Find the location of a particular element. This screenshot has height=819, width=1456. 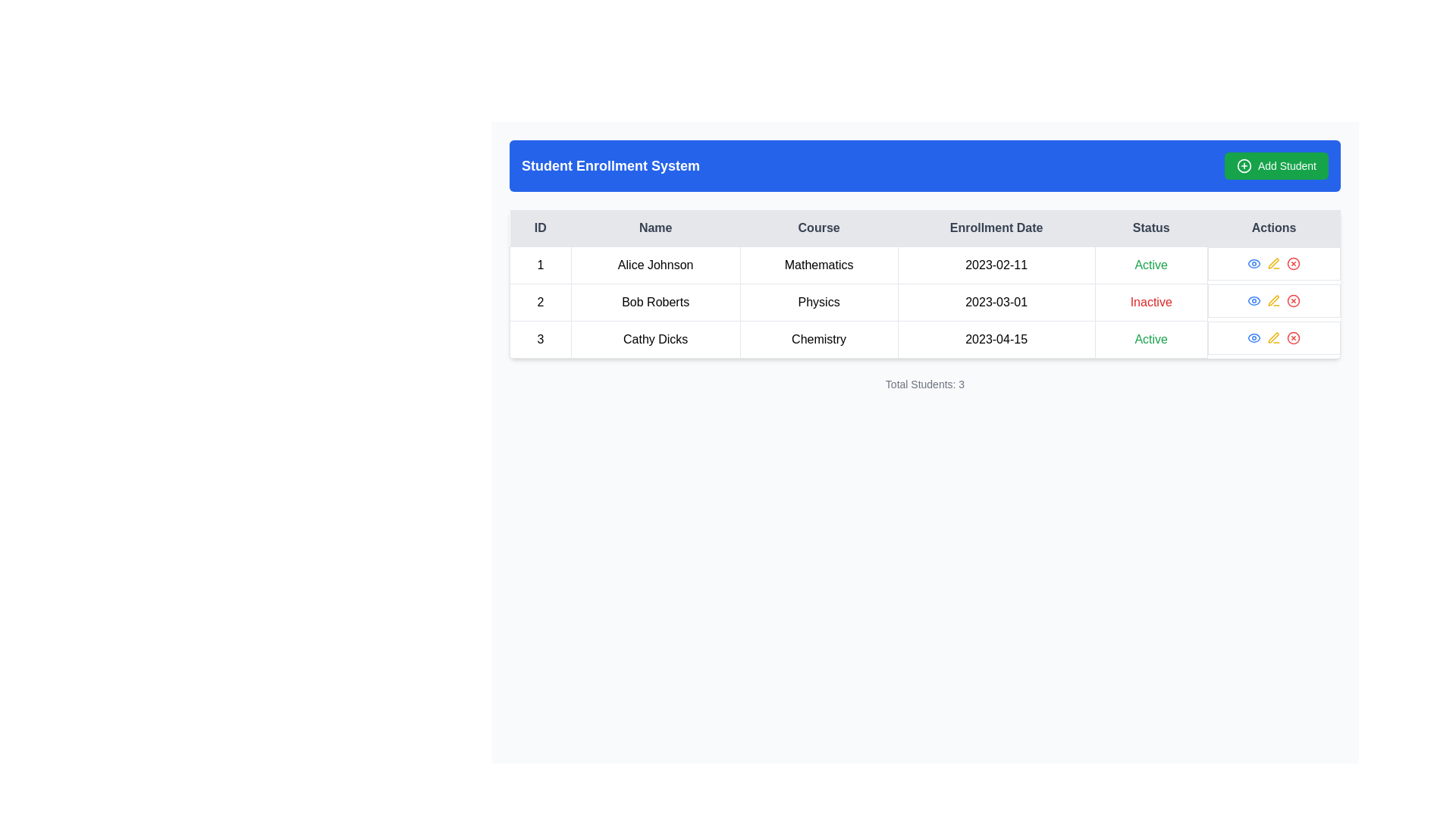

the edit button in the 'Actions' column for the student 'Bob Roberts' is located at coordinates (1274, 300).